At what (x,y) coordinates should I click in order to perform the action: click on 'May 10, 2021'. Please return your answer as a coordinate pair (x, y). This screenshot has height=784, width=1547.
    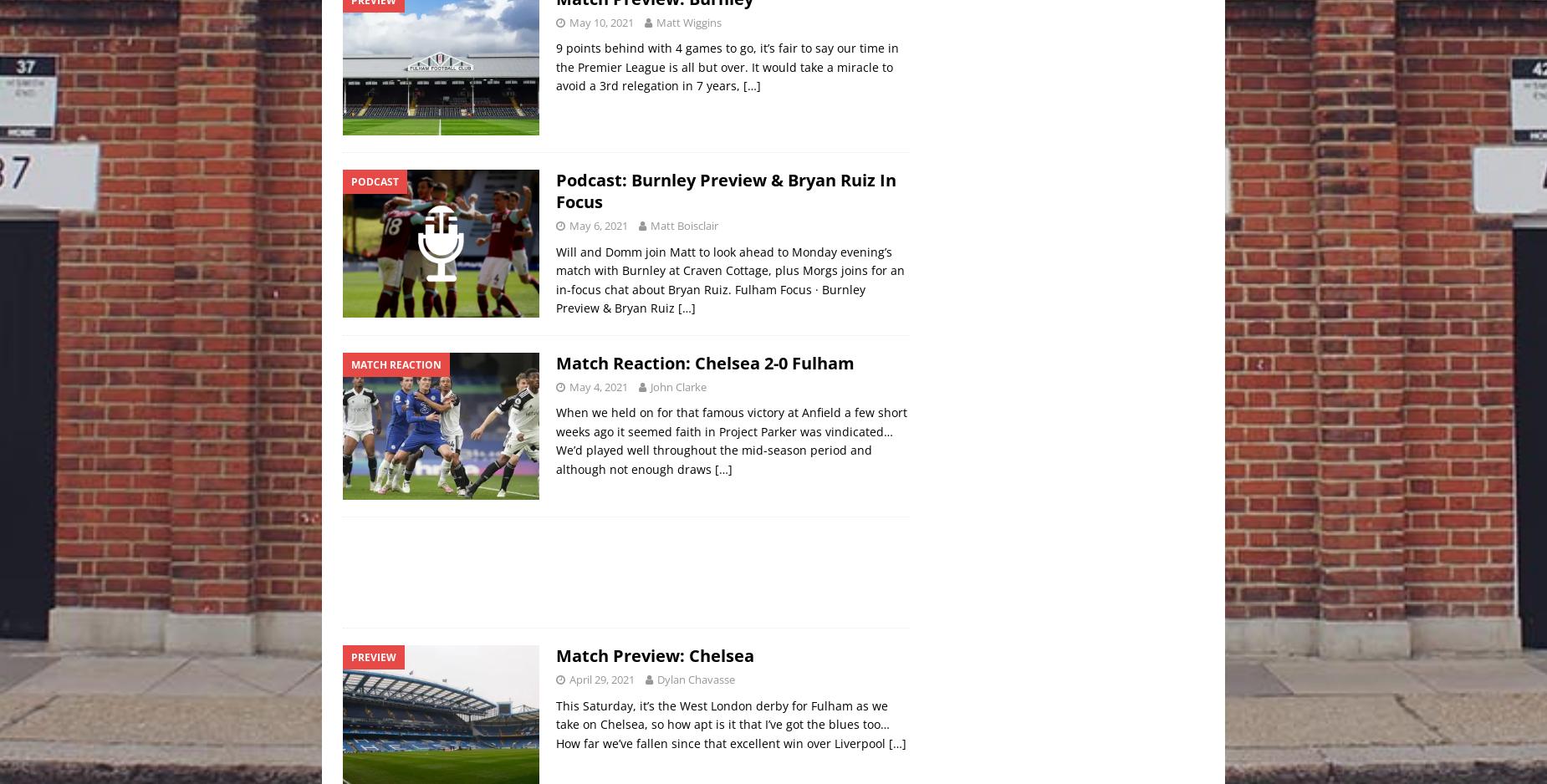
    Looking at the image, I should click on (601, 21).